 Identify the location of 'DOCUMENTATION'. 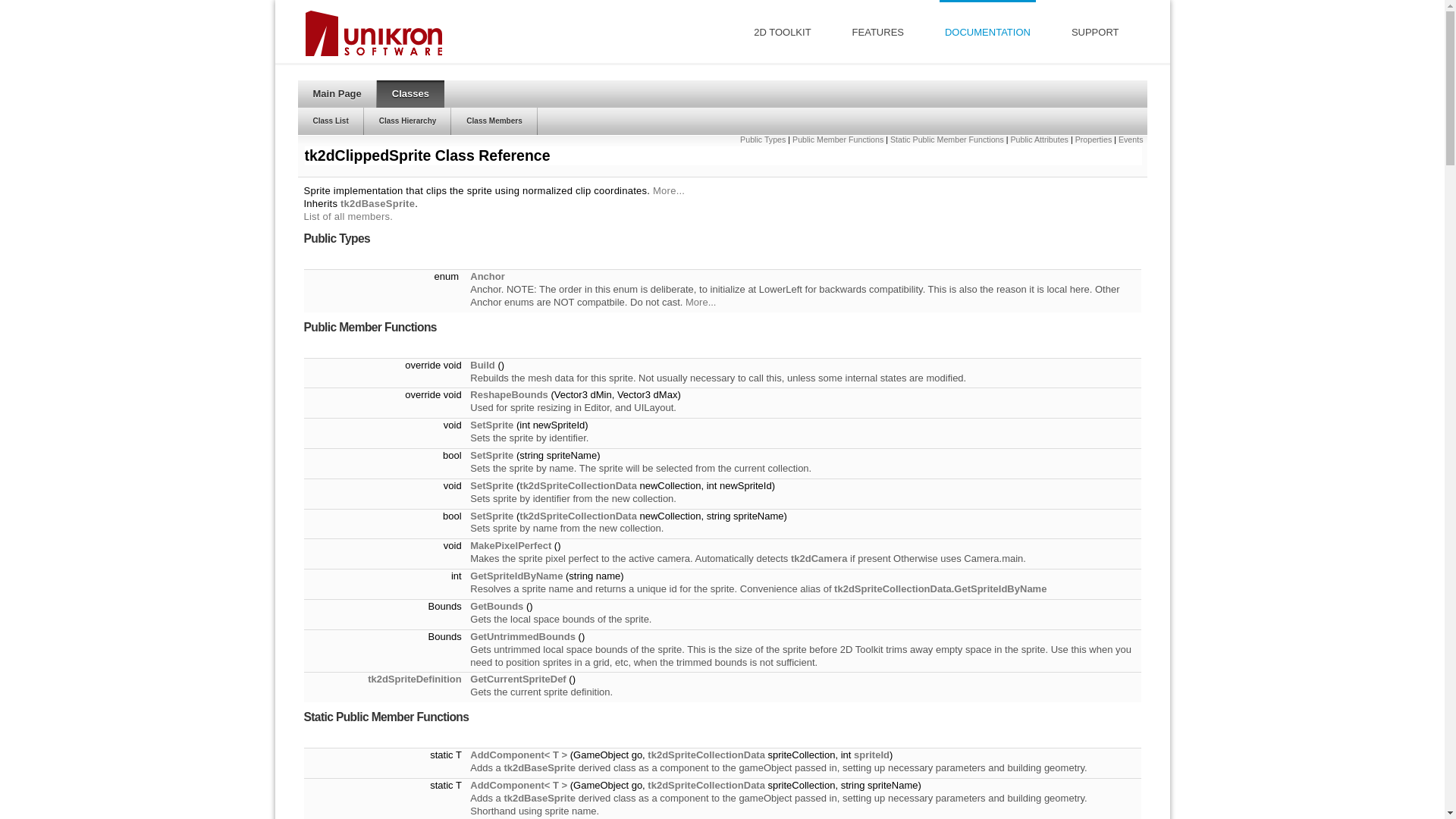
(987, 31).